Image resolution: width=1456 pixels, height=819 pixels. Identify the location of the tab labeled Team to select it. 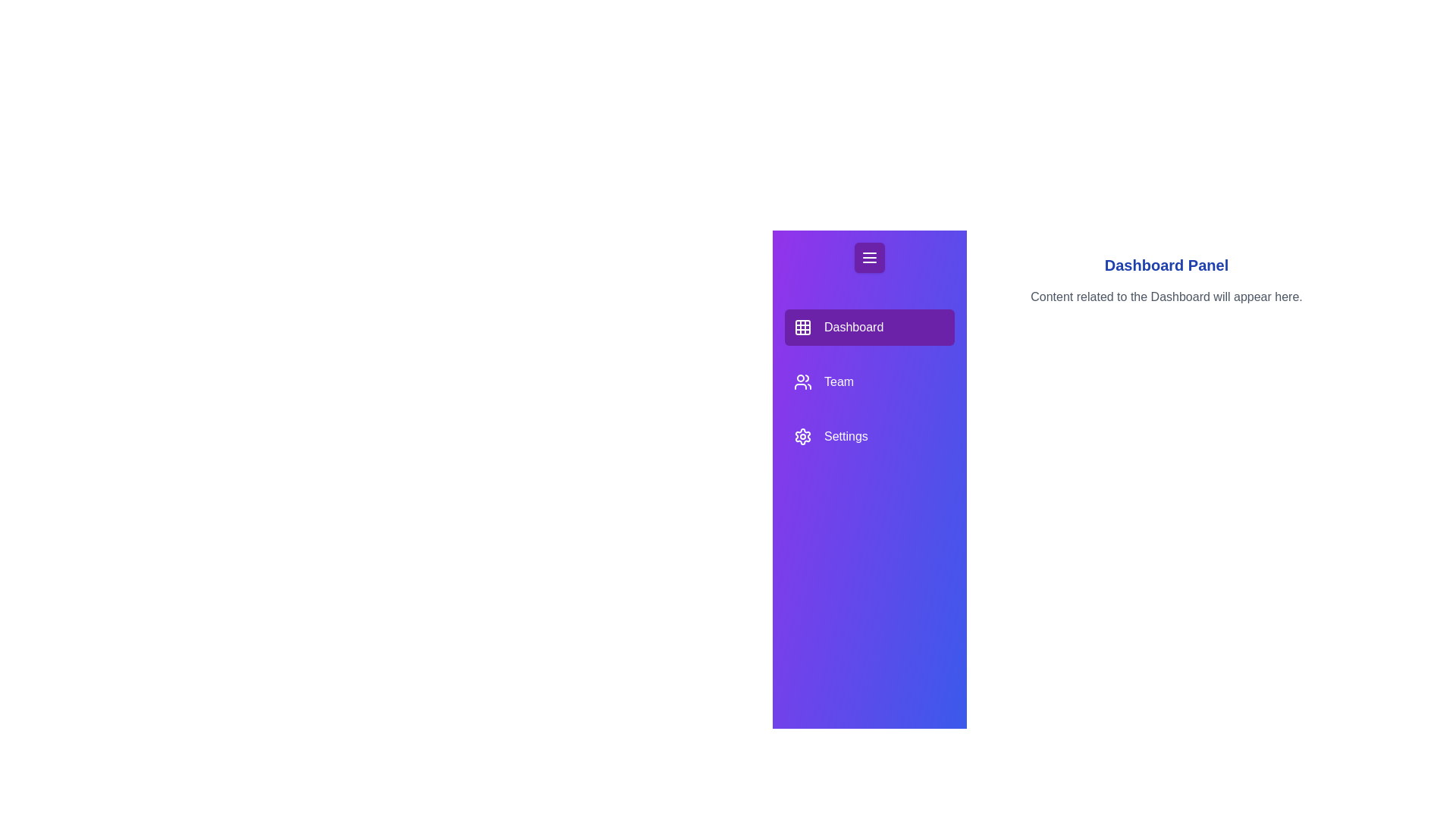
(870, 381).